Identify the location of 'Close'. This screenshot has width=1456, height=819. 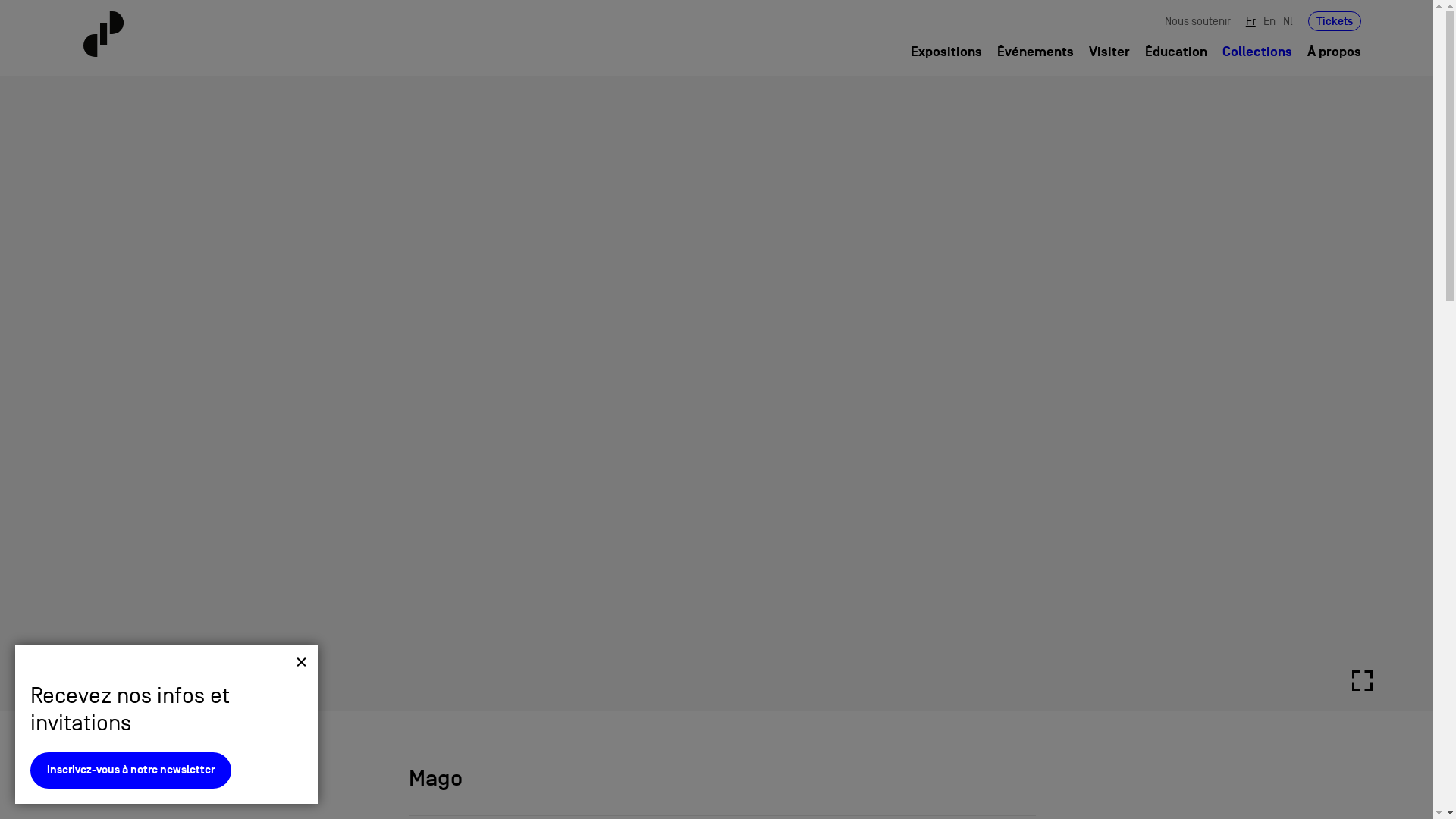
(295, 670).